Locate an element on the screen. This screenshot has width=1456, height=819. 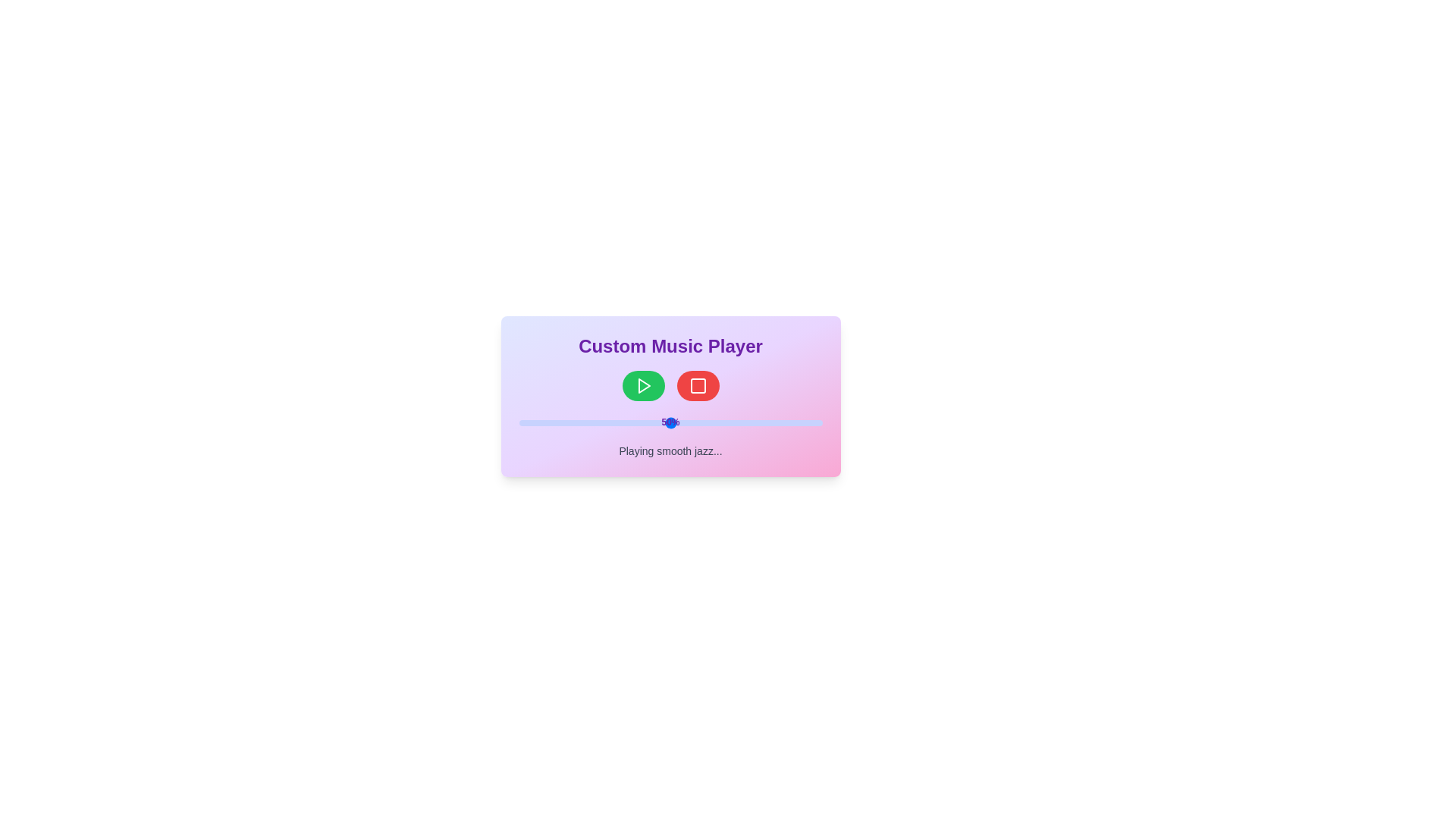
the slider is located at coordinates (803, 423).